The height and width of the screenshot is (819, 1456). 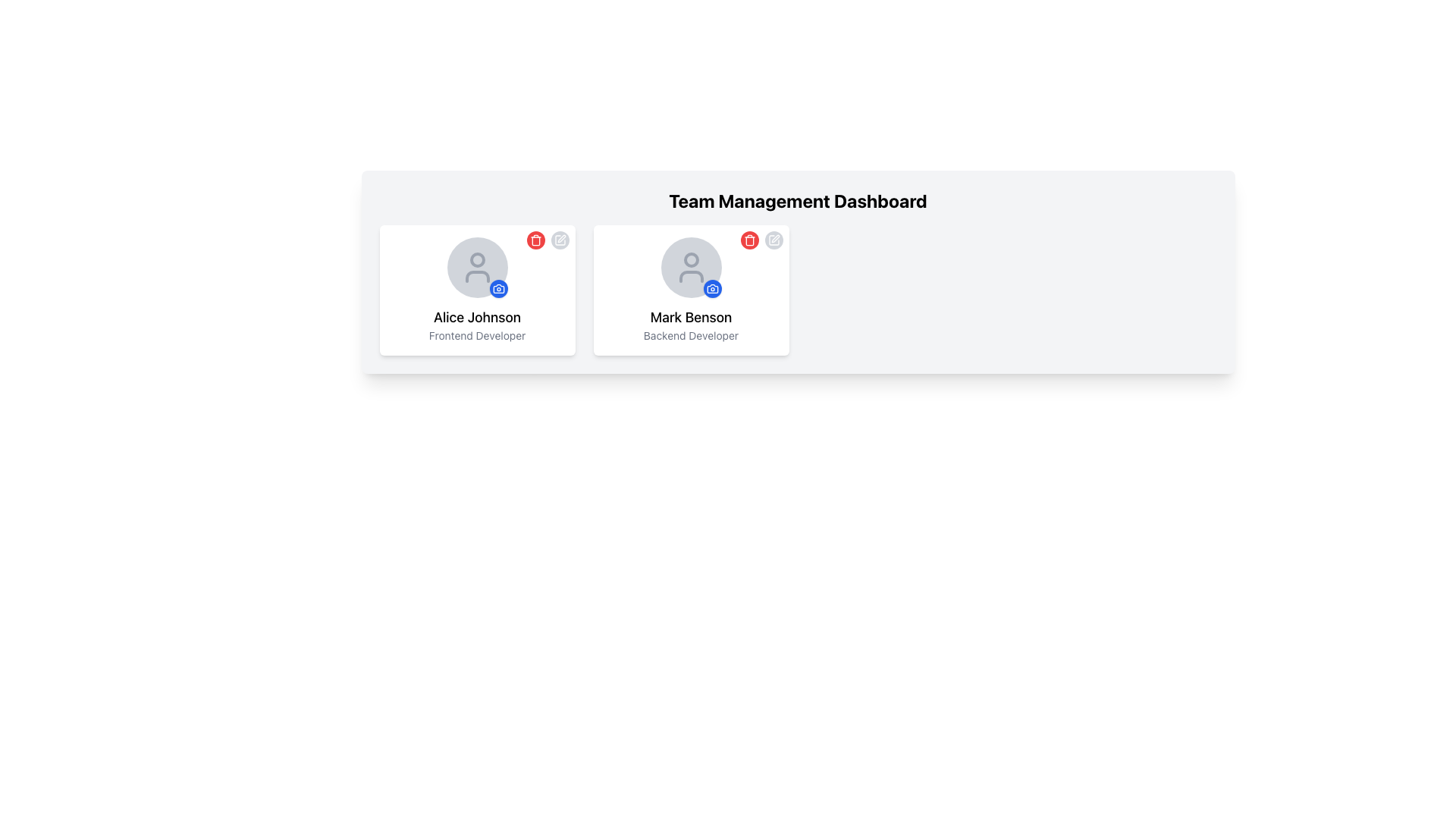 What do you see at coordinates (711, 289) in the screenshot?
I see `the circular blue button featuring a white camera icon associated with the 'Mark Benson' card in the 'Team Management Dashboard'` at bounding box center [711, 289].